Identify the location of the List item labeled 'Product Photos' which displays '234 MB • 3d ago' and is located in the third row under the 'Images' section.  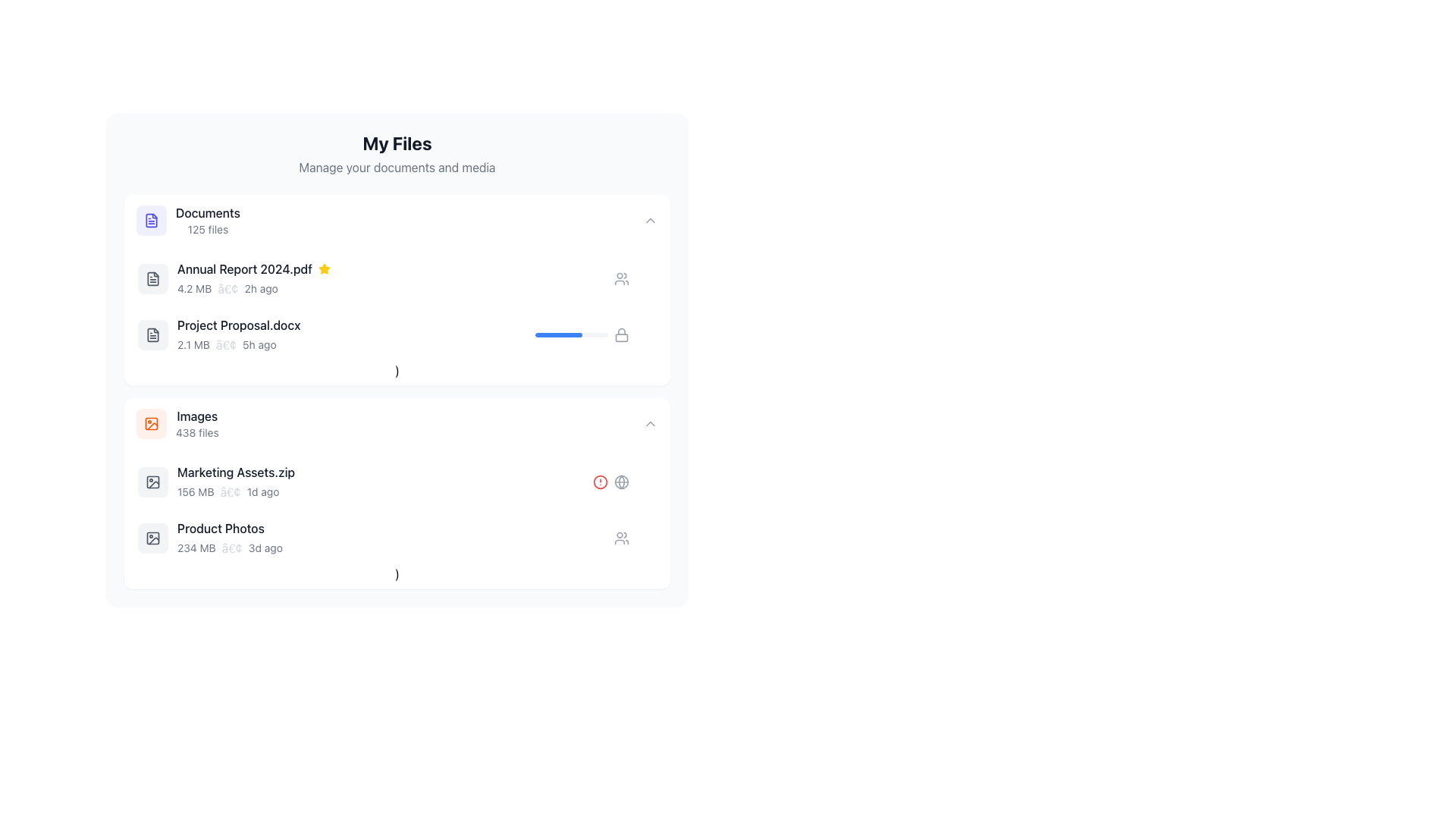
(397, 537).